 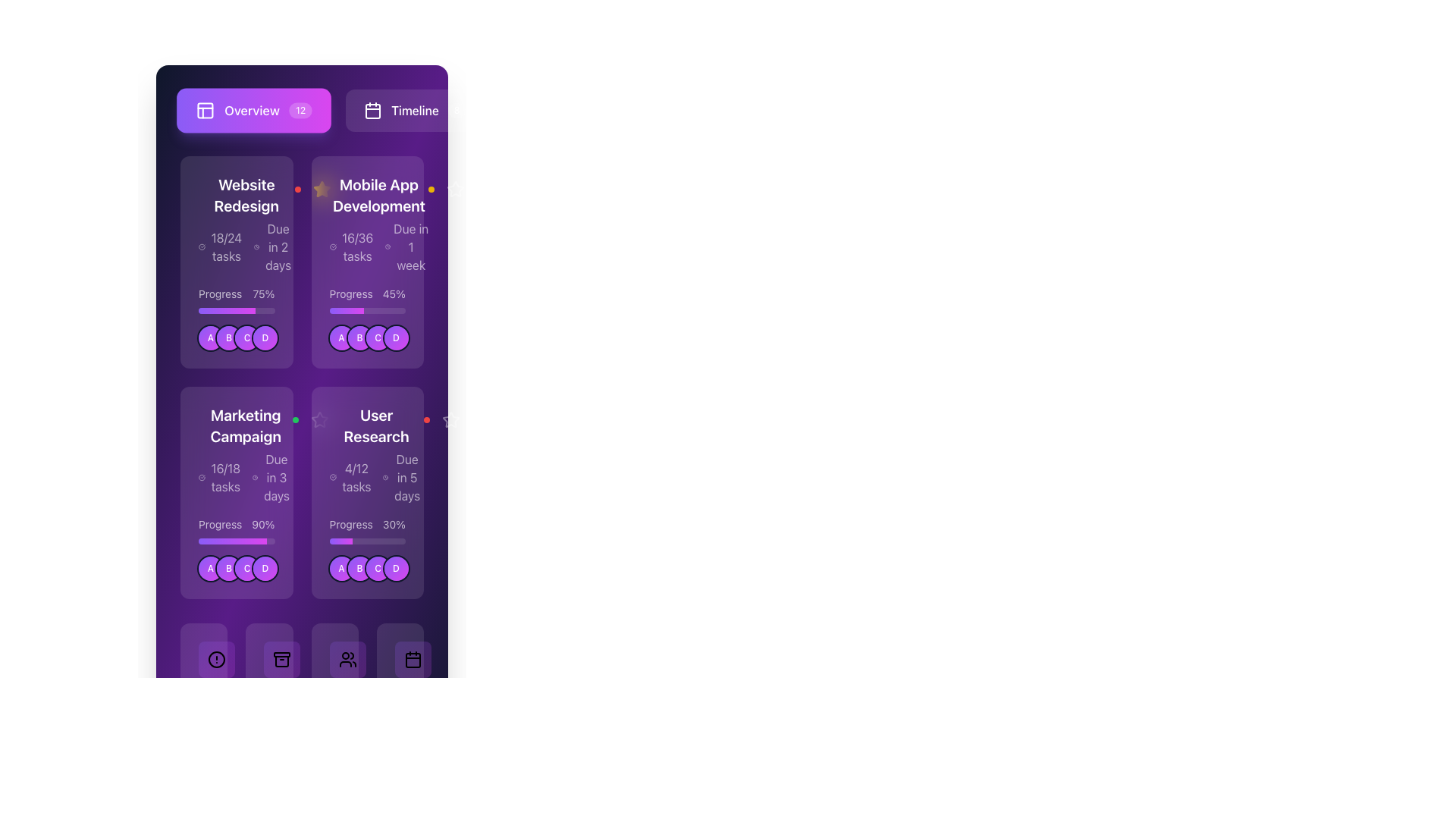 I want to click on the small circle badge labeled 'C' with a gradient background transitioning from violet to fuchsia, located in the group of four circles at the bottom of the 'Marketing Campaign' card layout, so click(x=247, y=568).